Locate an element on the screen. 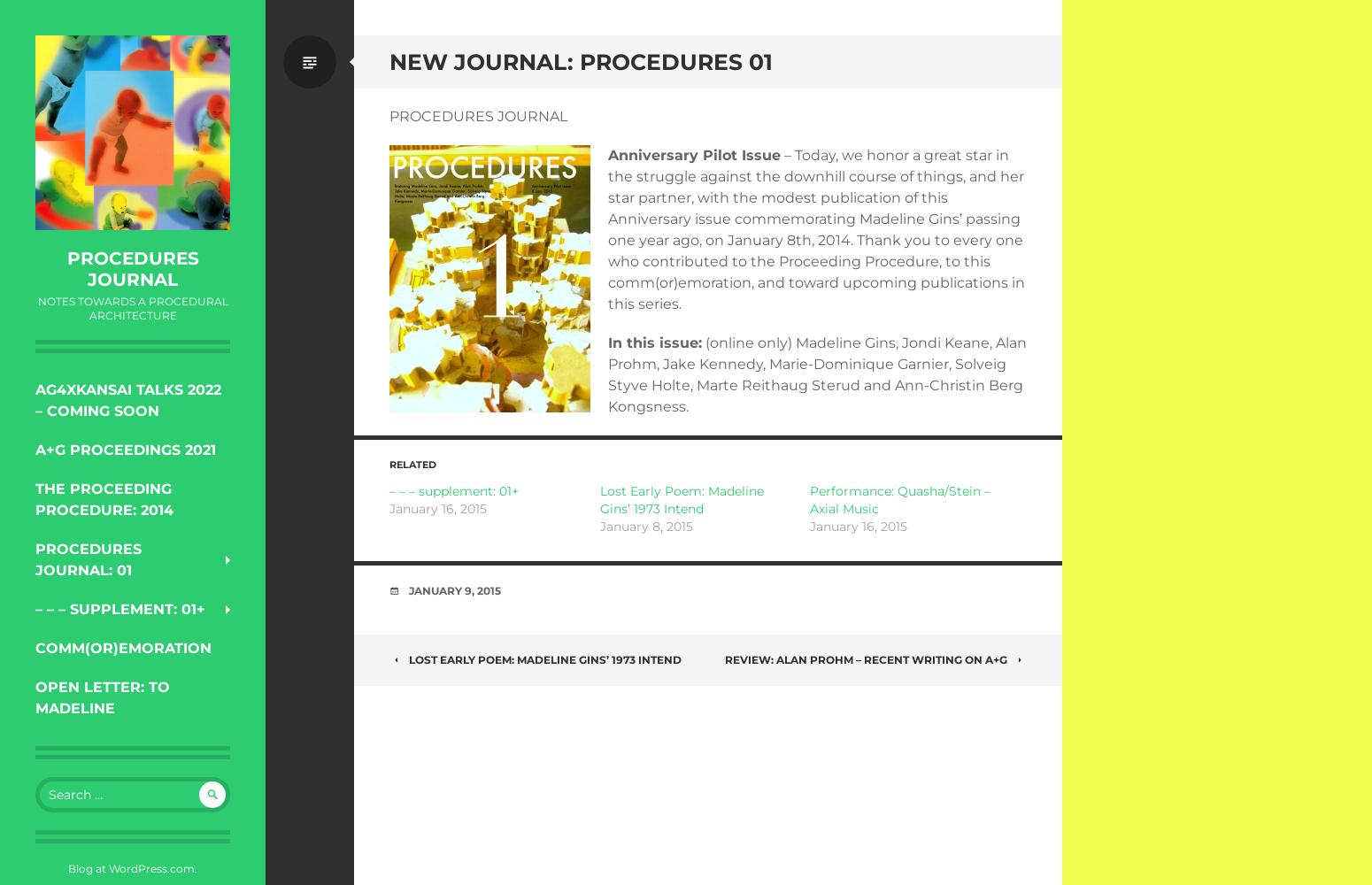  'COMM(OR)EMORATION' is located at coordinates (123, 647).